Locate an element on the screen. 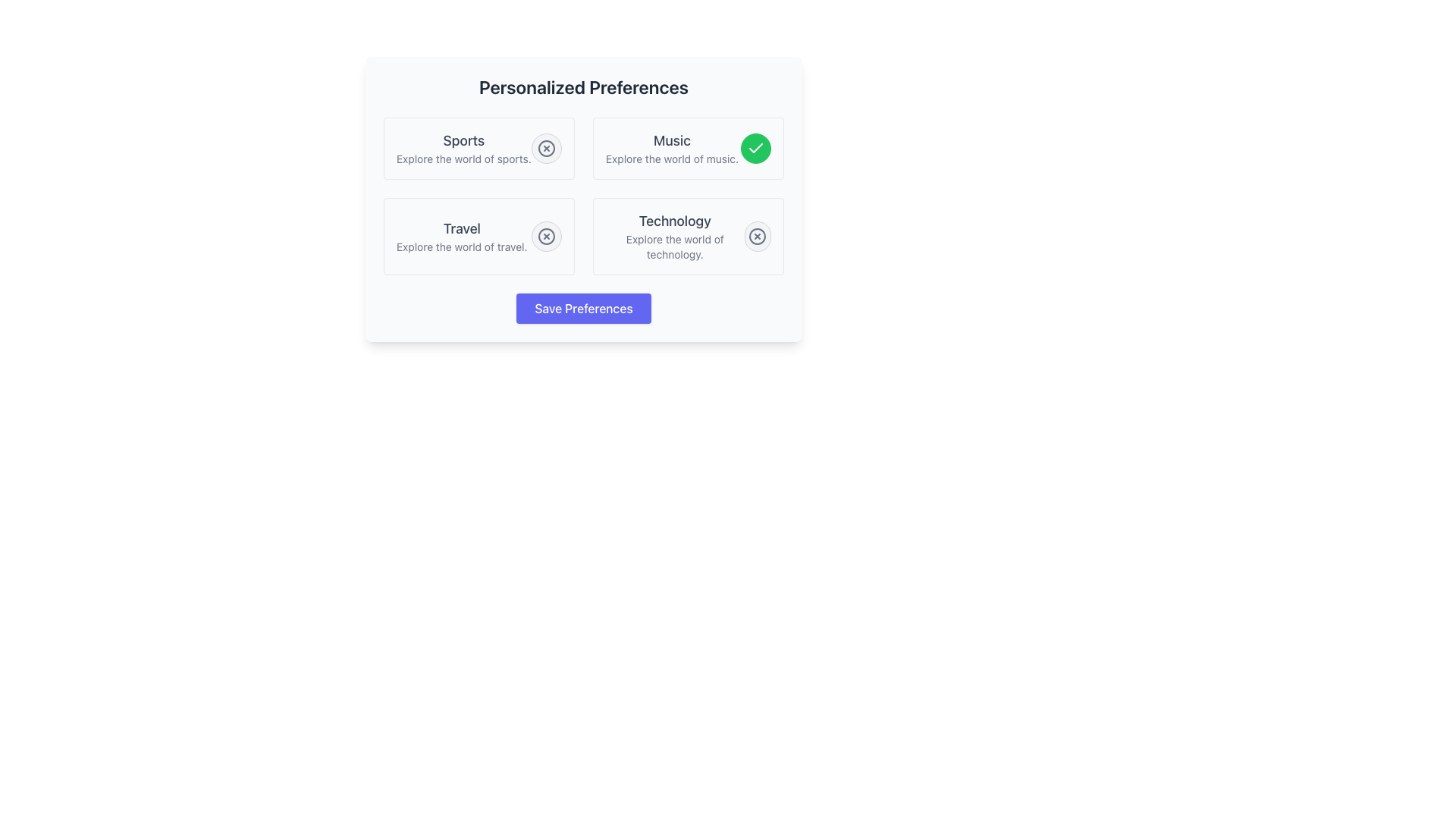  the 'Sports' text block, which features a prominent title in bold gray font and a smaller description below it is located at coordinates (463, 149).